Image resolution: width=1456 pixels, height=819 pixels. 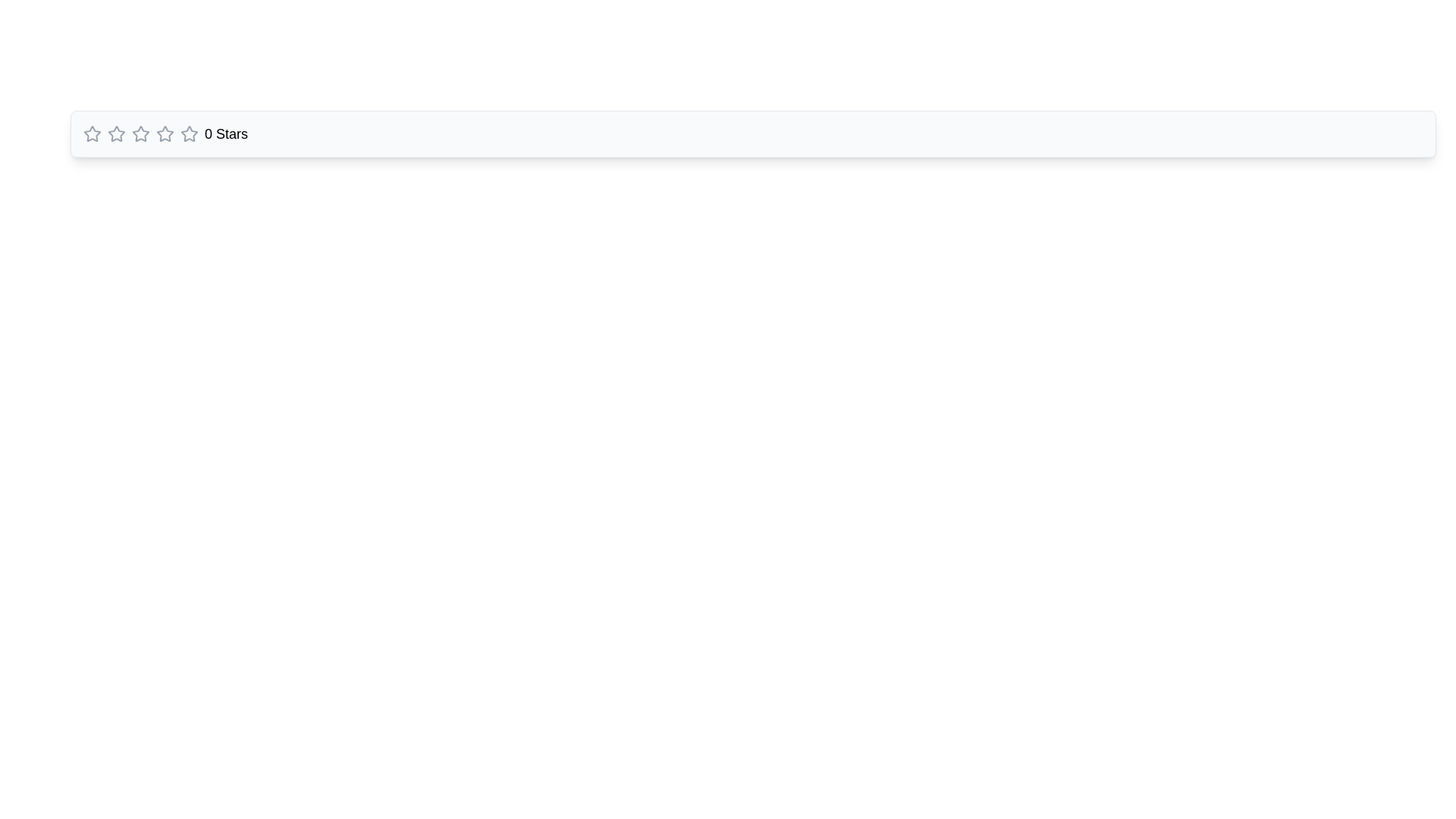 I want to click on the rating display element that visually communicates a rating value of zero, located within the upper portion of the interface for accessibility purposes, so click(x=753, y=133).